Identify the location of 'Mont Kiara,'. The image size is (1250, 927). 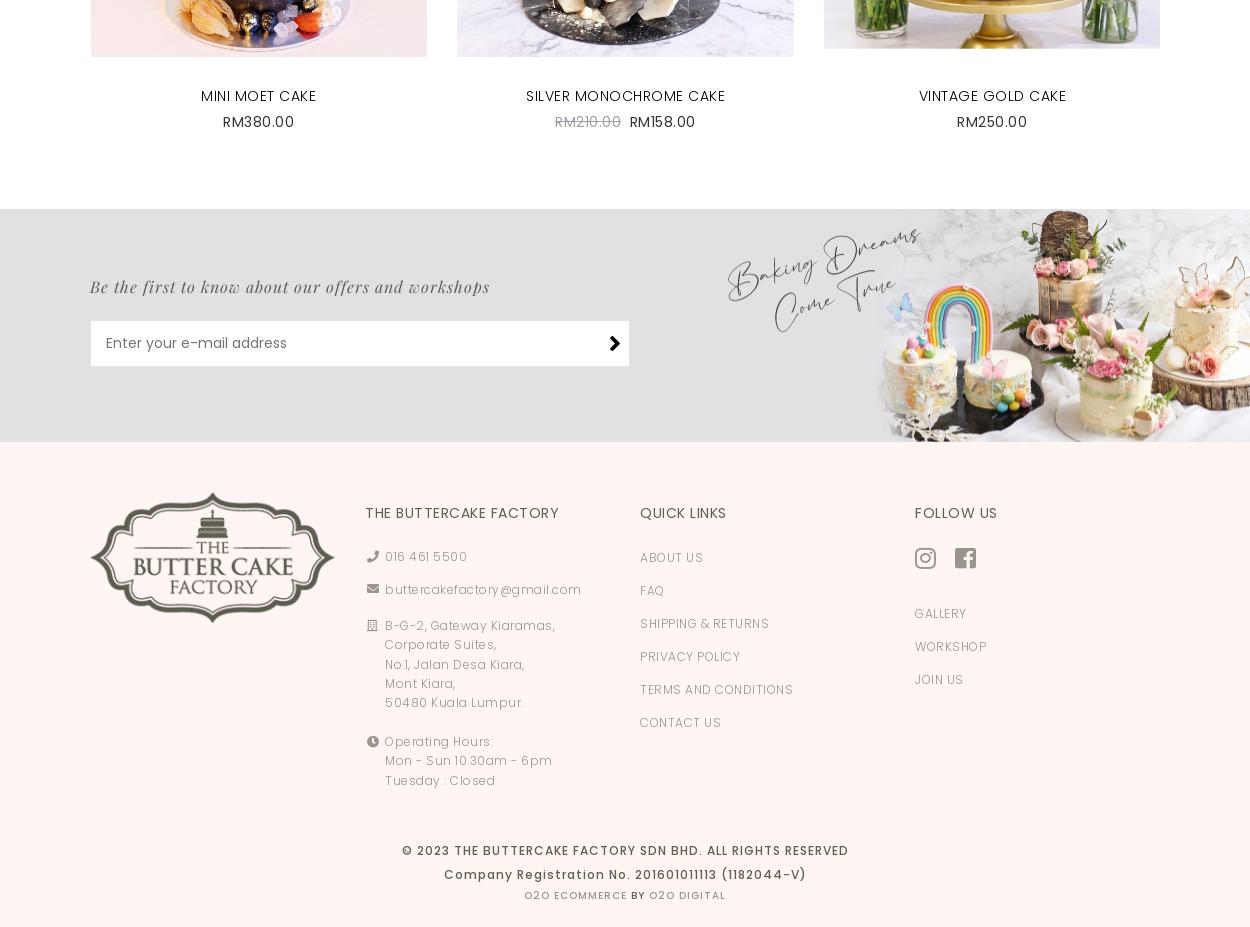
(420, 681).